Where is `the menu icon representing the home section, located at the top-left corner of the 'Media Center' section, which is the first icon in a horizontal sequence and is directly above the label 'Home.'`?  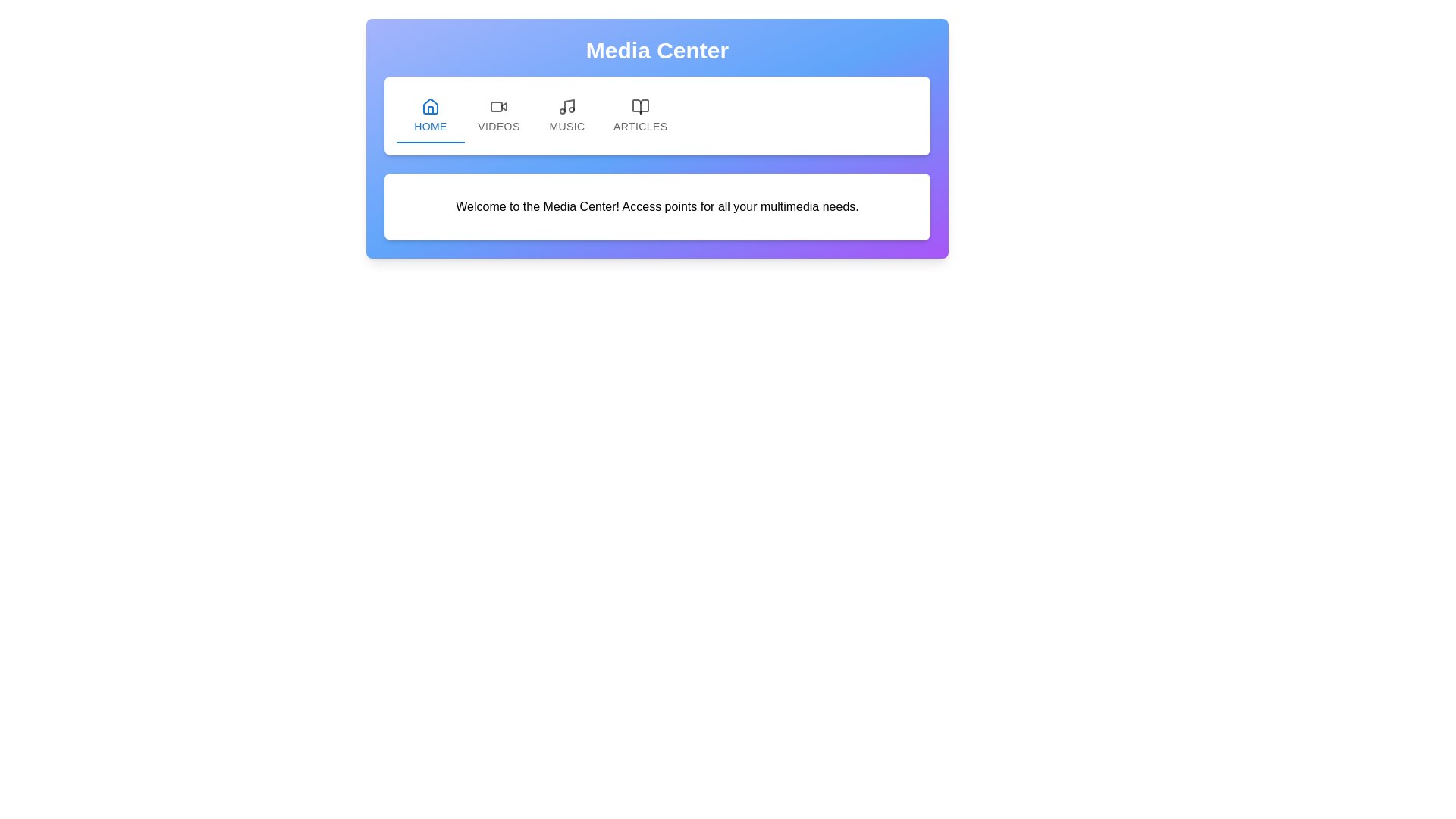 the menu icon representing the home section, located at the top-left corner of the 'Media Center' section, which is the first icon in a horizontal sequence and is directly above the label 'Home.' is located at coordinates (429, 106).